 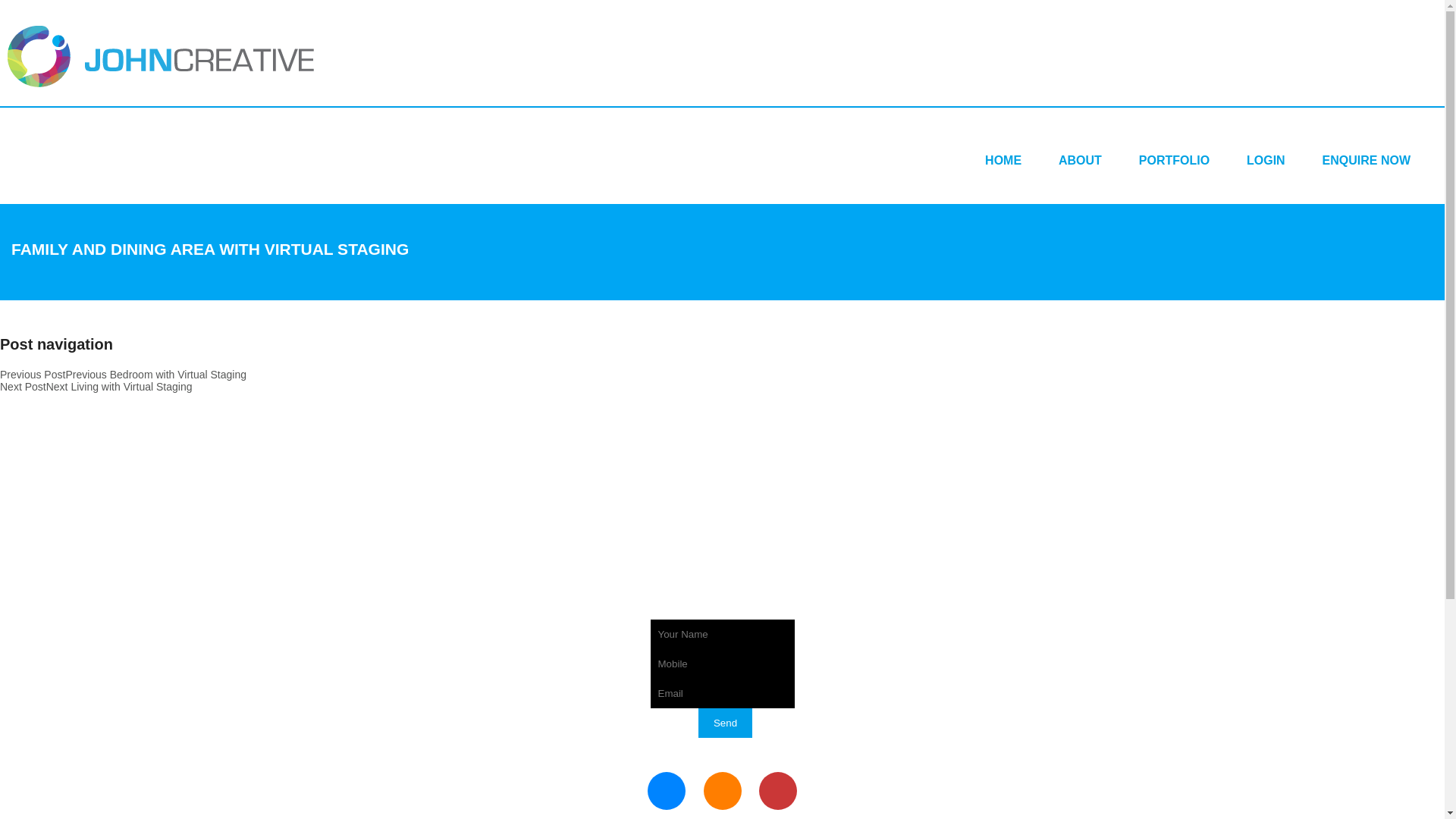 I want to click on 'Next PostNext Living with Virtual Staging', so click(x=95, y=385).